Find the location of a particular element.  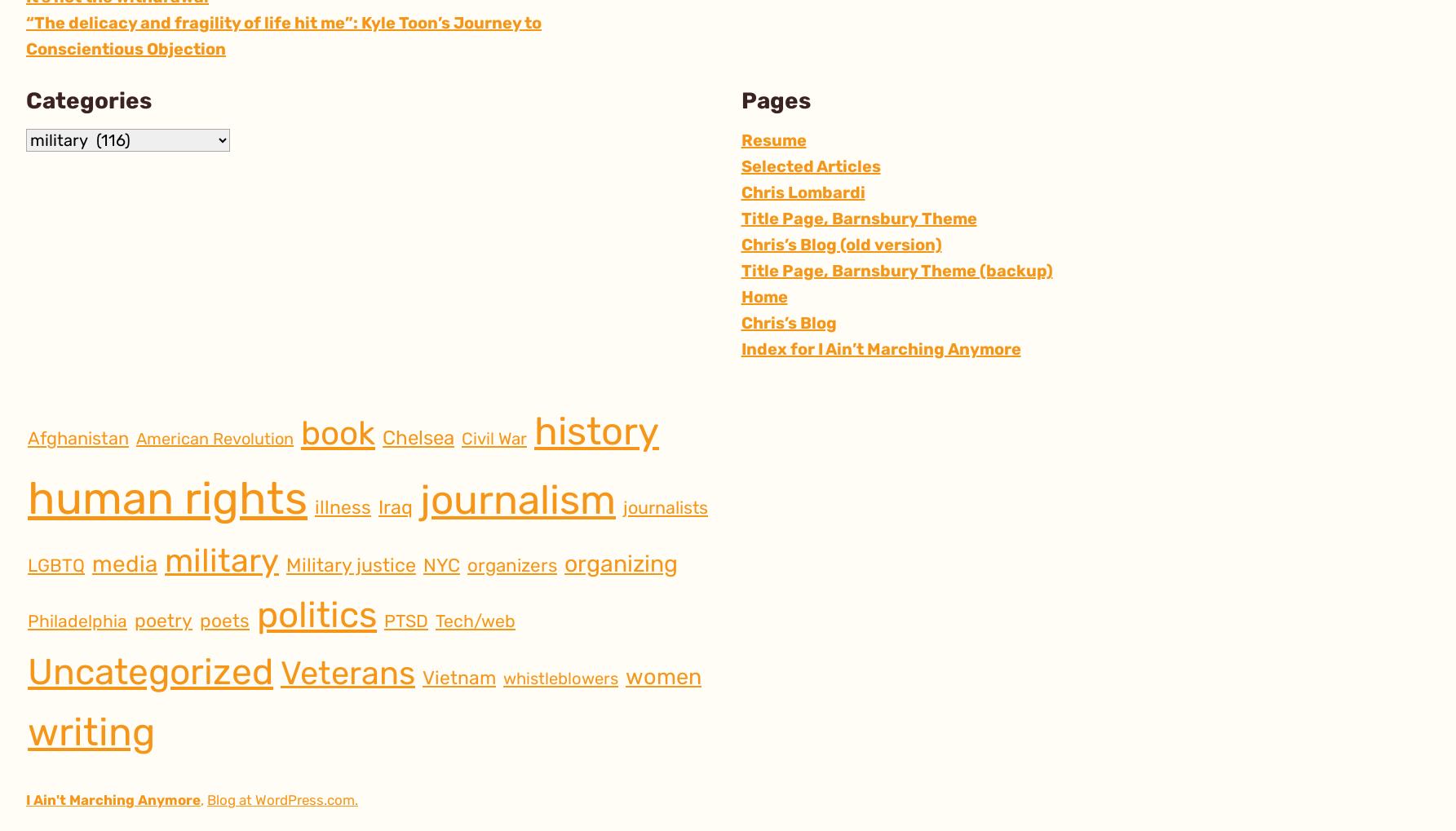

',' is located at coordinates (201, 799).